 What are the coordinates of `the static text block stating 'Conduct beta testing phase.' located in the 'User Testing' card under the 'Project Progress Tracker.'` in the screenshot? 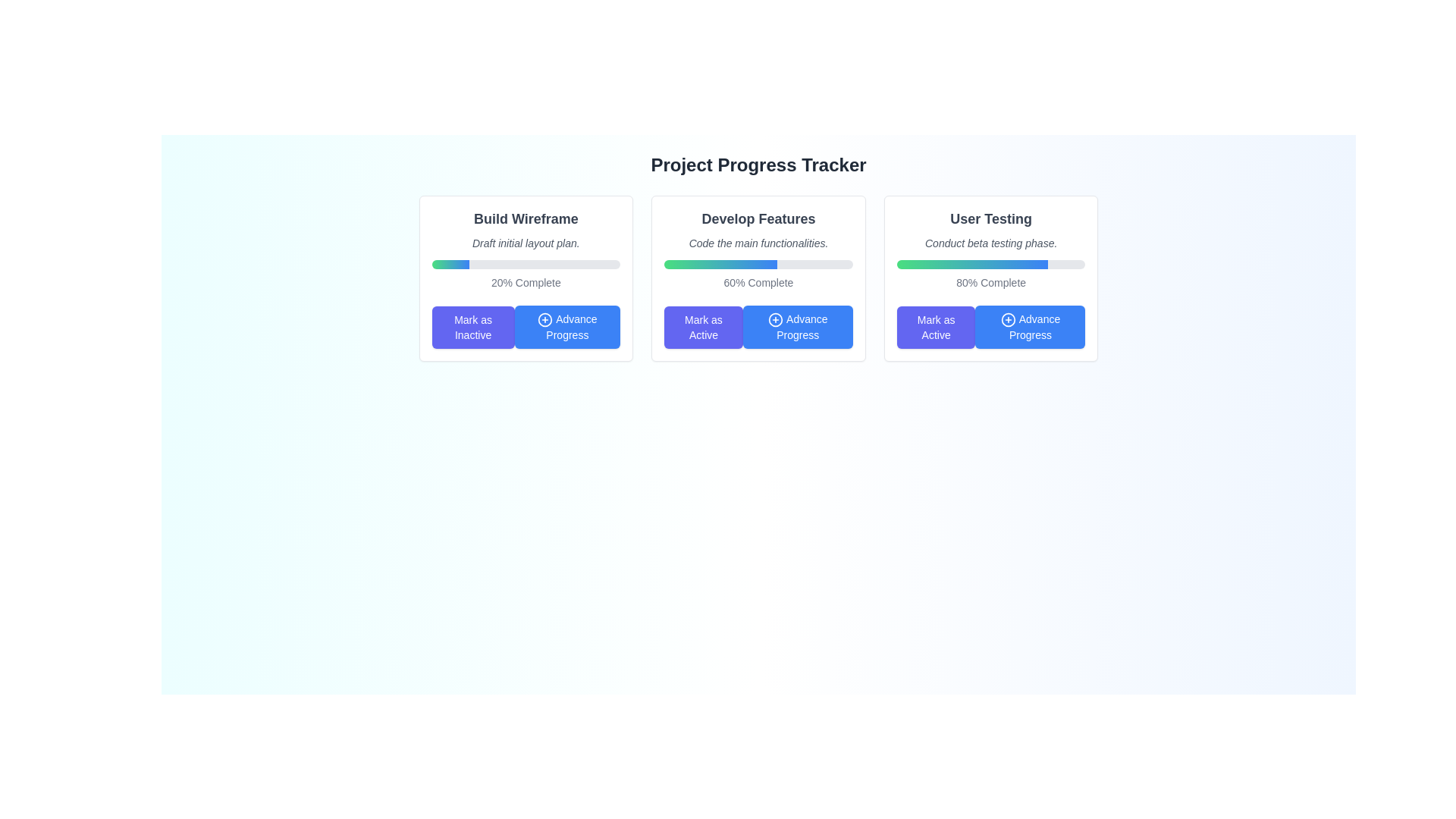 It's located at (991, 242).